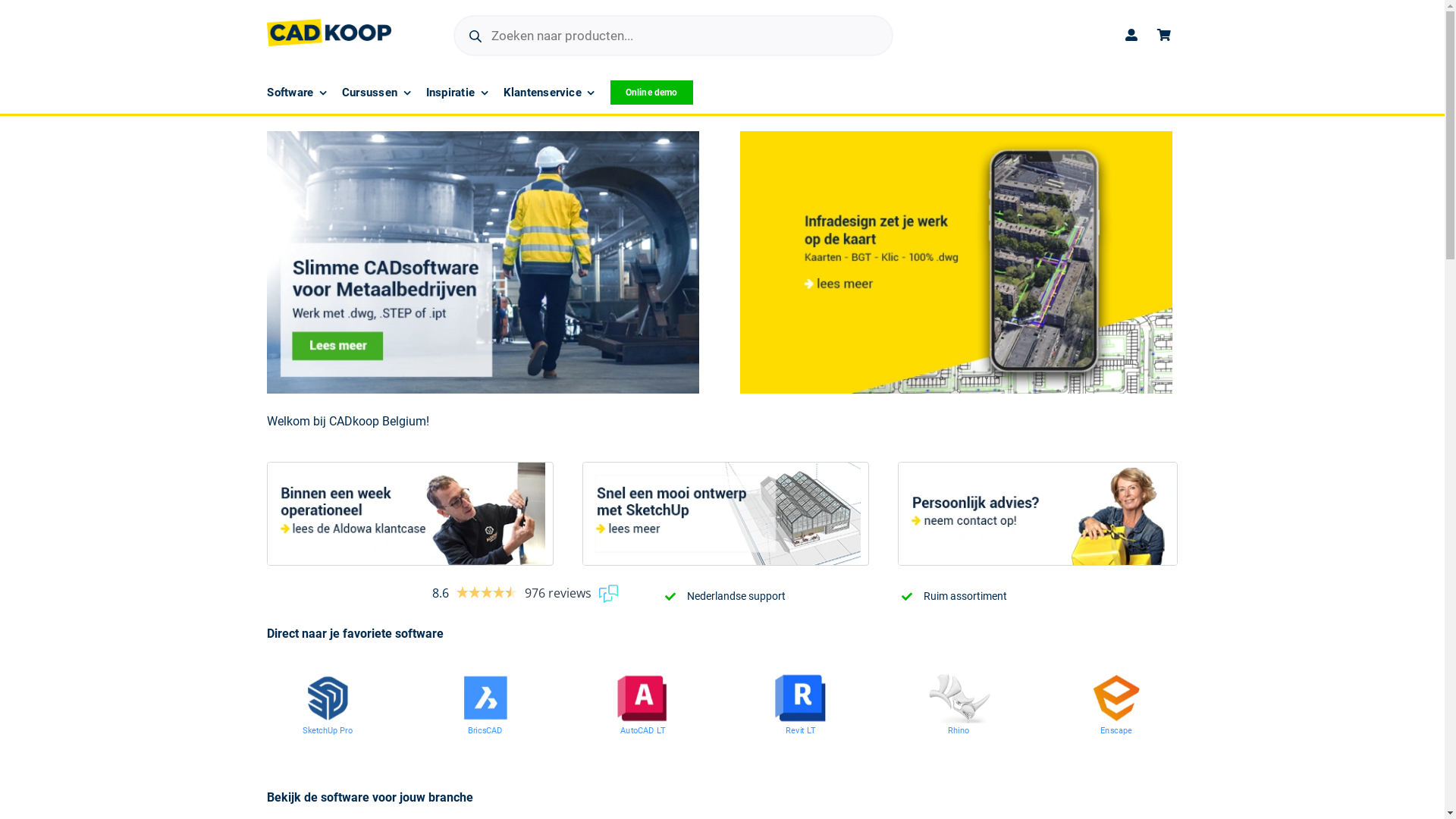 The image size is (1456, 819). Describe the element at coordinates (376, 93) in the screenshot. I see `'Cursussen'` at that location.